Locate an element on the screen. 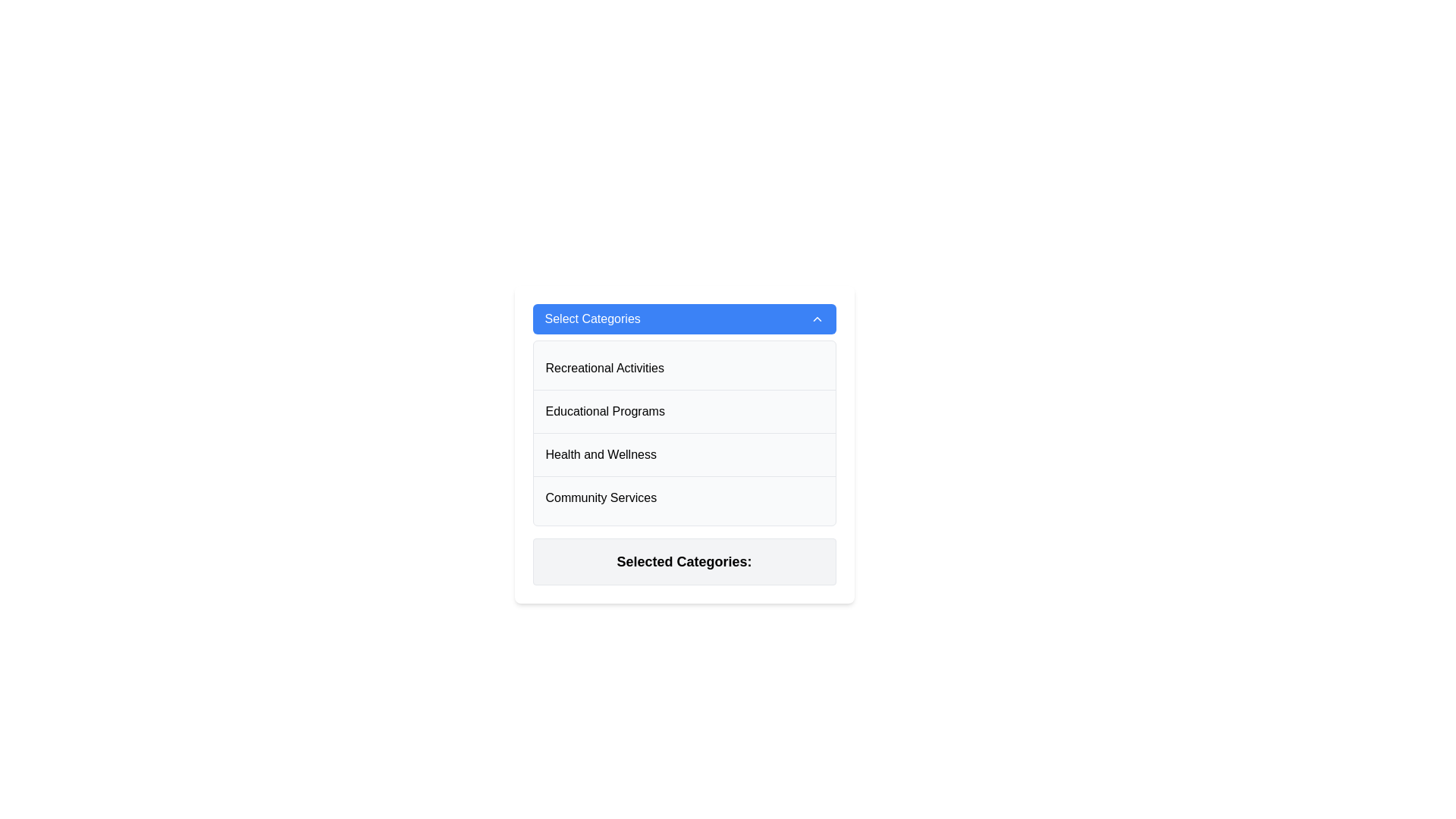  the 'Educational Programs' option in the selectable list to change its background color is located at coordinates (683, 411).